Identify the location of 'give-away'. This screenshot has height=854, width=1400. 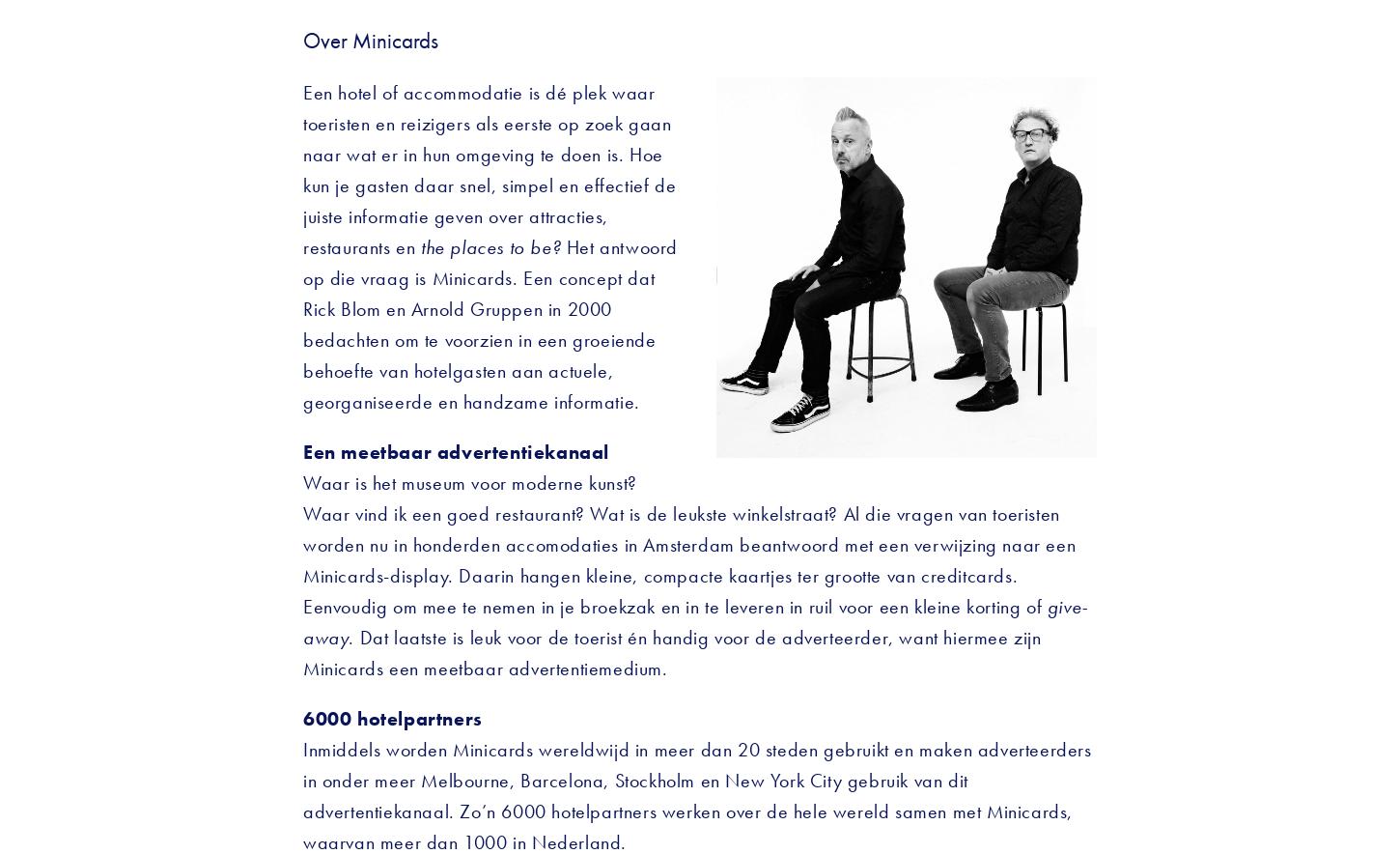
(303, 620).